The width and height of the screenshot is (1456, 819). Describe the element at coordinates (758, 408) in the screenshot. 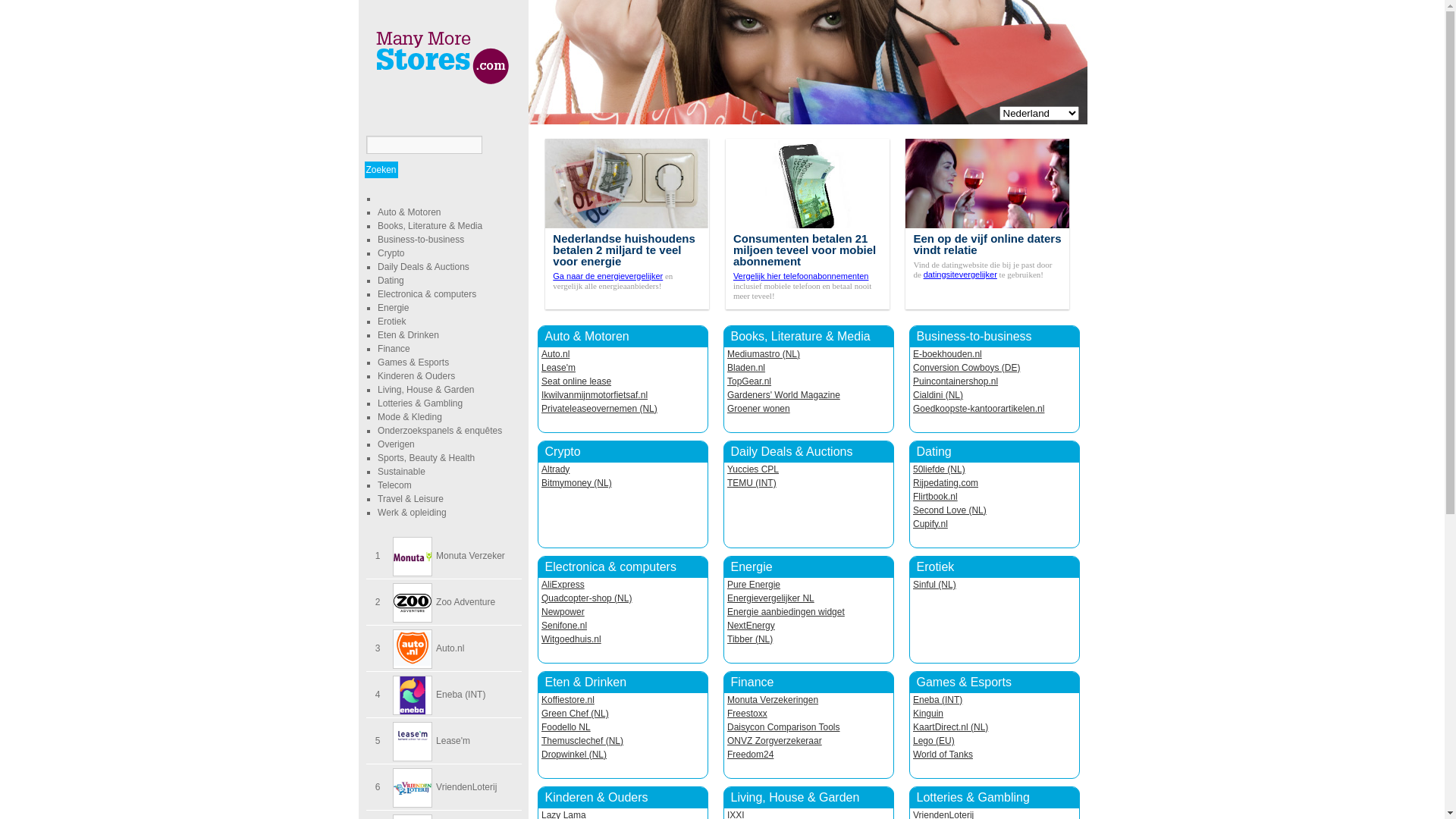

I see `'Groener wonen'` at that location.